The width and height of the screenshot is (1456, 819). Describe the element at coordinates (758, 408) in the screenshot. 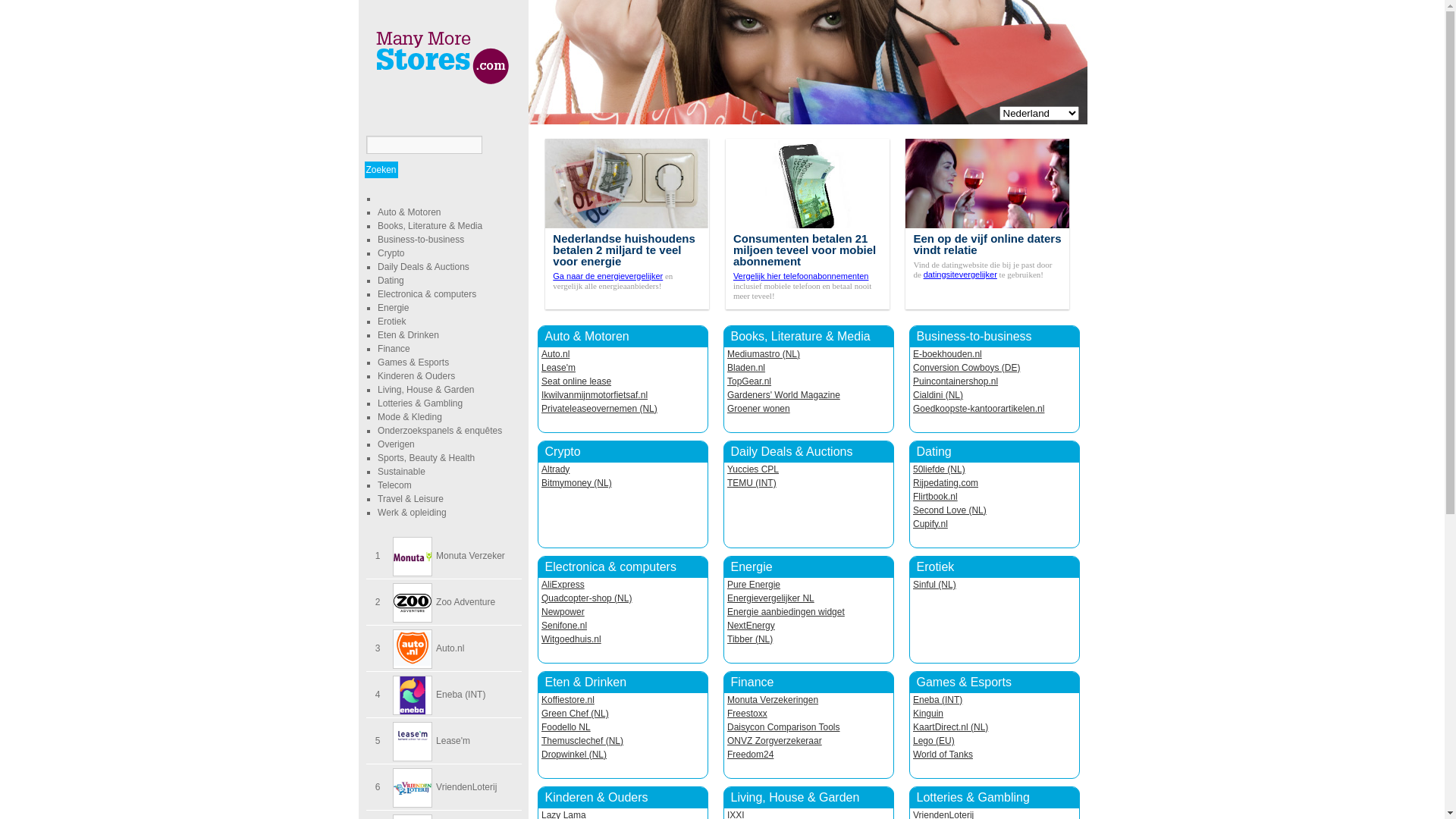

I see `'Groener wonen'` at that location.